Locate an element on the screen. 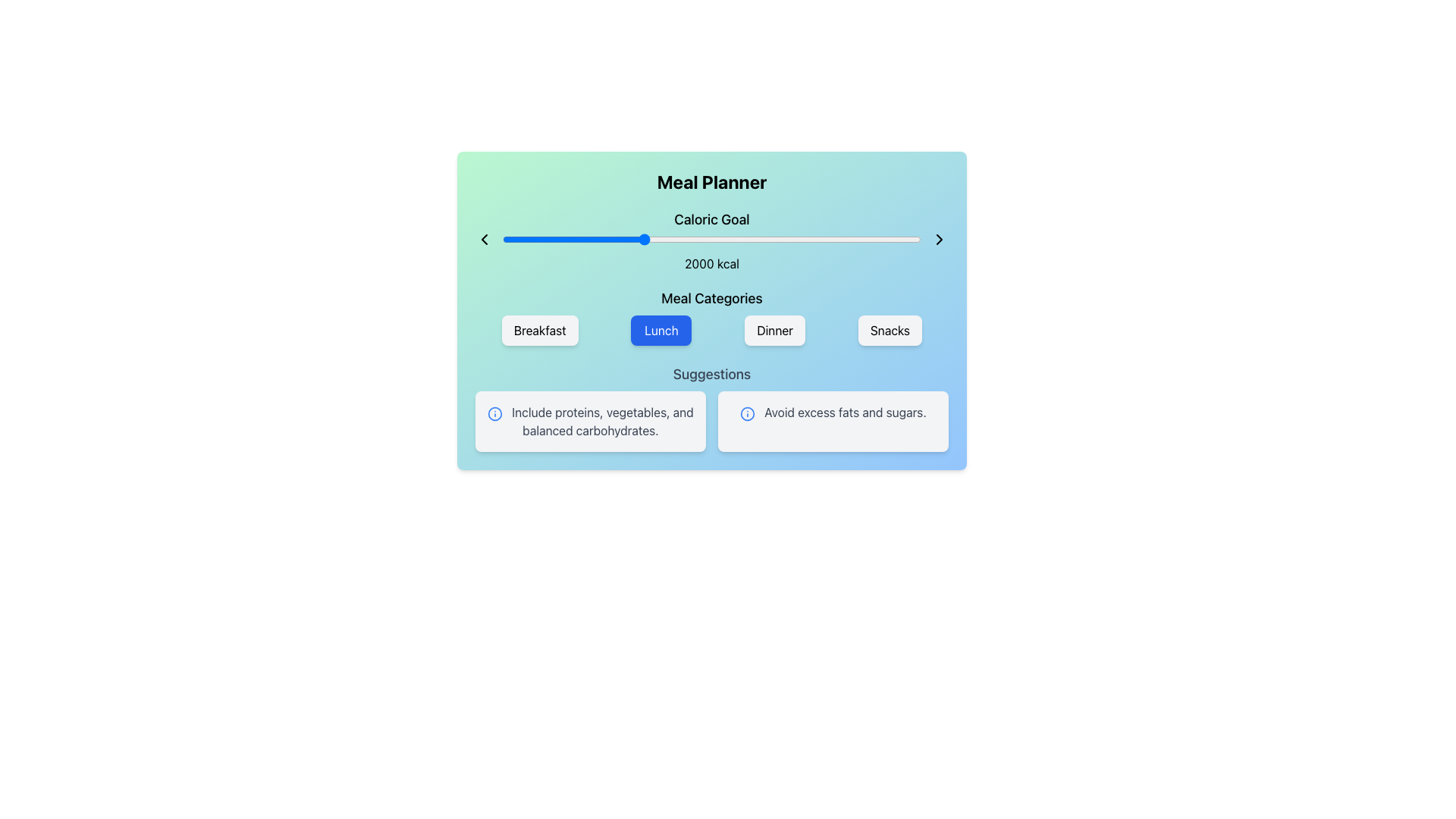 Image resolution: width=1456 pixels, height=819 pixels. the caloric goal is located at coordinates (903, 239).